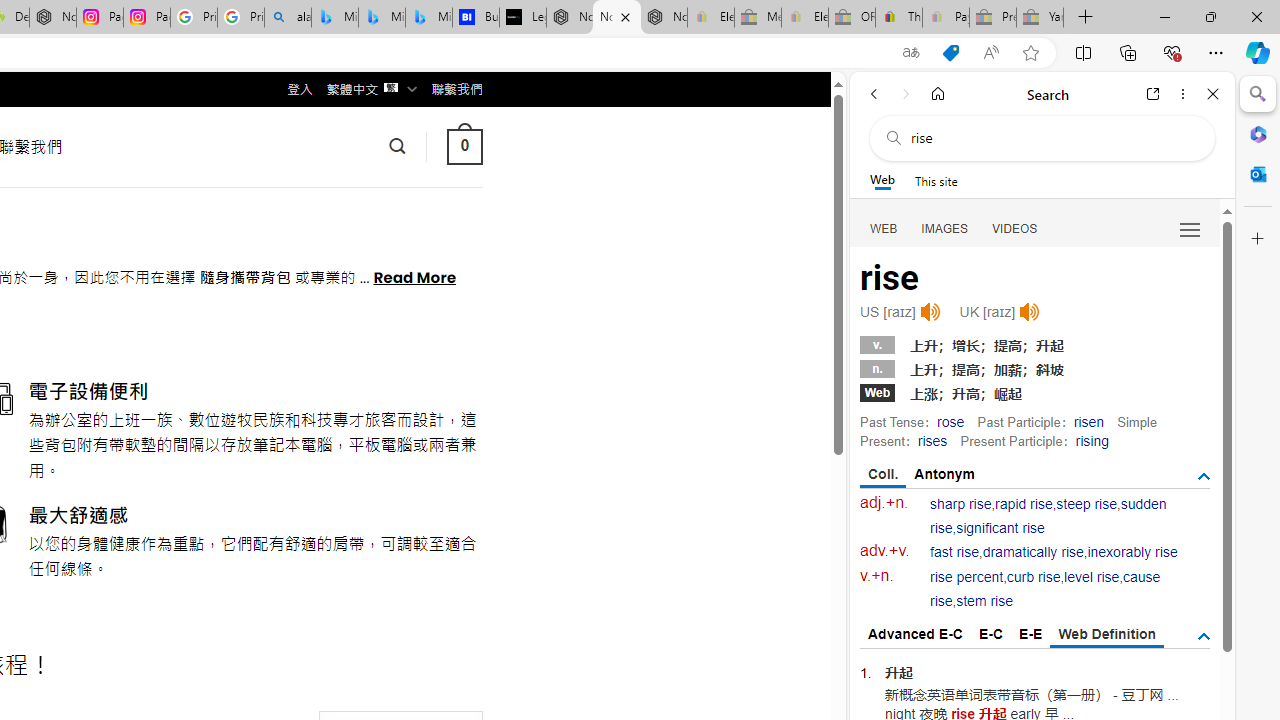 This screenshot has width=1280, height=720. What do you see at coordinates (413, 276) in the screenshot?
I see `'Read More'` at bounding box center [413, 276].